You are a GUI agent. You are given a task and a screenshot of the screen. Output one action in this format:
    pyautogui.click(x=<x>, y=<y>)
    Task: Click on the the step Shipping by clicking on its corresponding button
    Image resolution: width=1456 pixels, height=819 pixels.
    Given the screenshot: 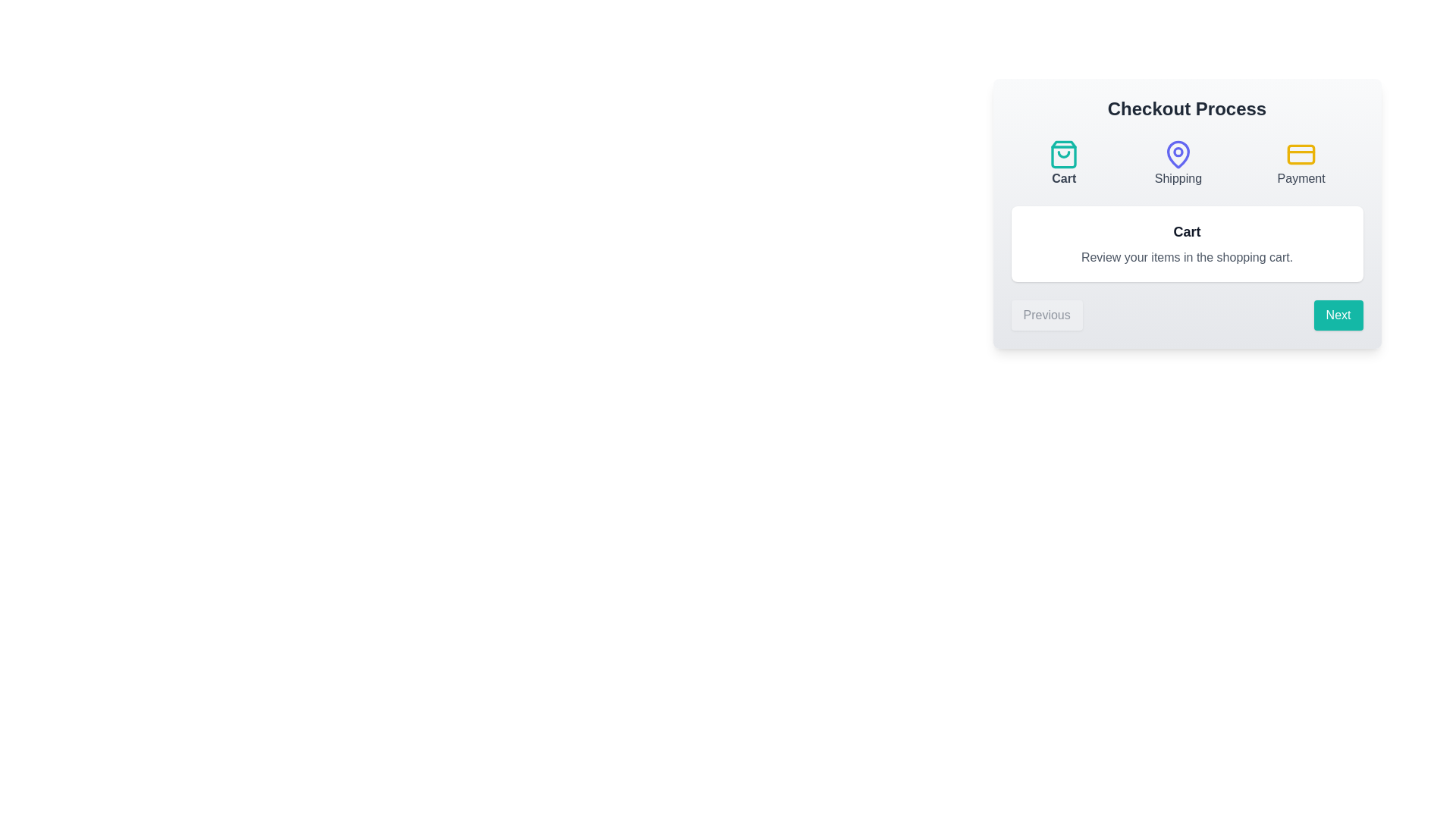 What is the action you would take?
    pyautogui.click(x=1177, y=164)
    